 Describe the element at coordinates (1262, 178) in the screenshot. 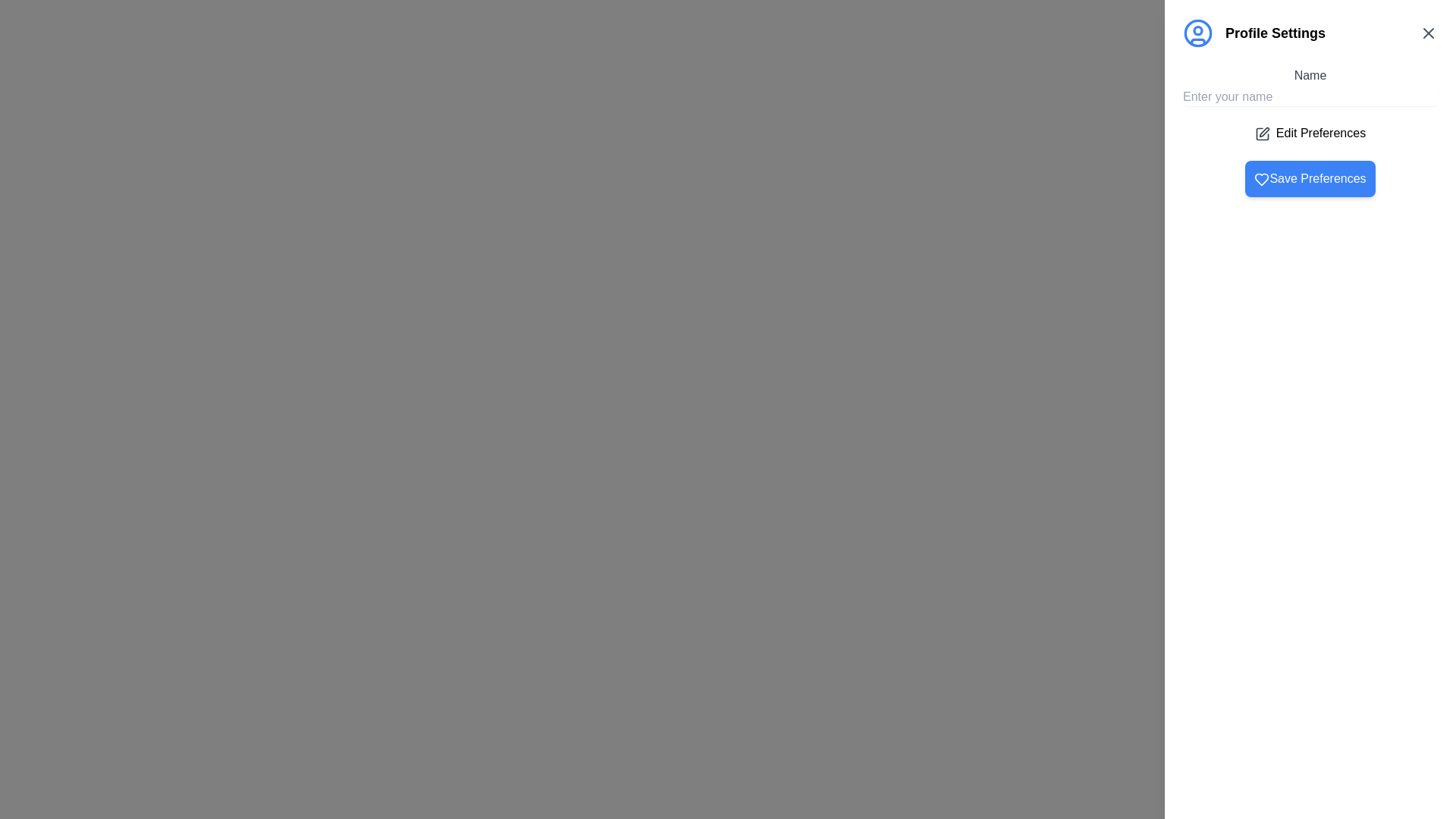

I see `the heart-shaped decorative icon within the 'Save Preferences' button, which is styled with a thin outline and positioned to the left of the text` at that location.